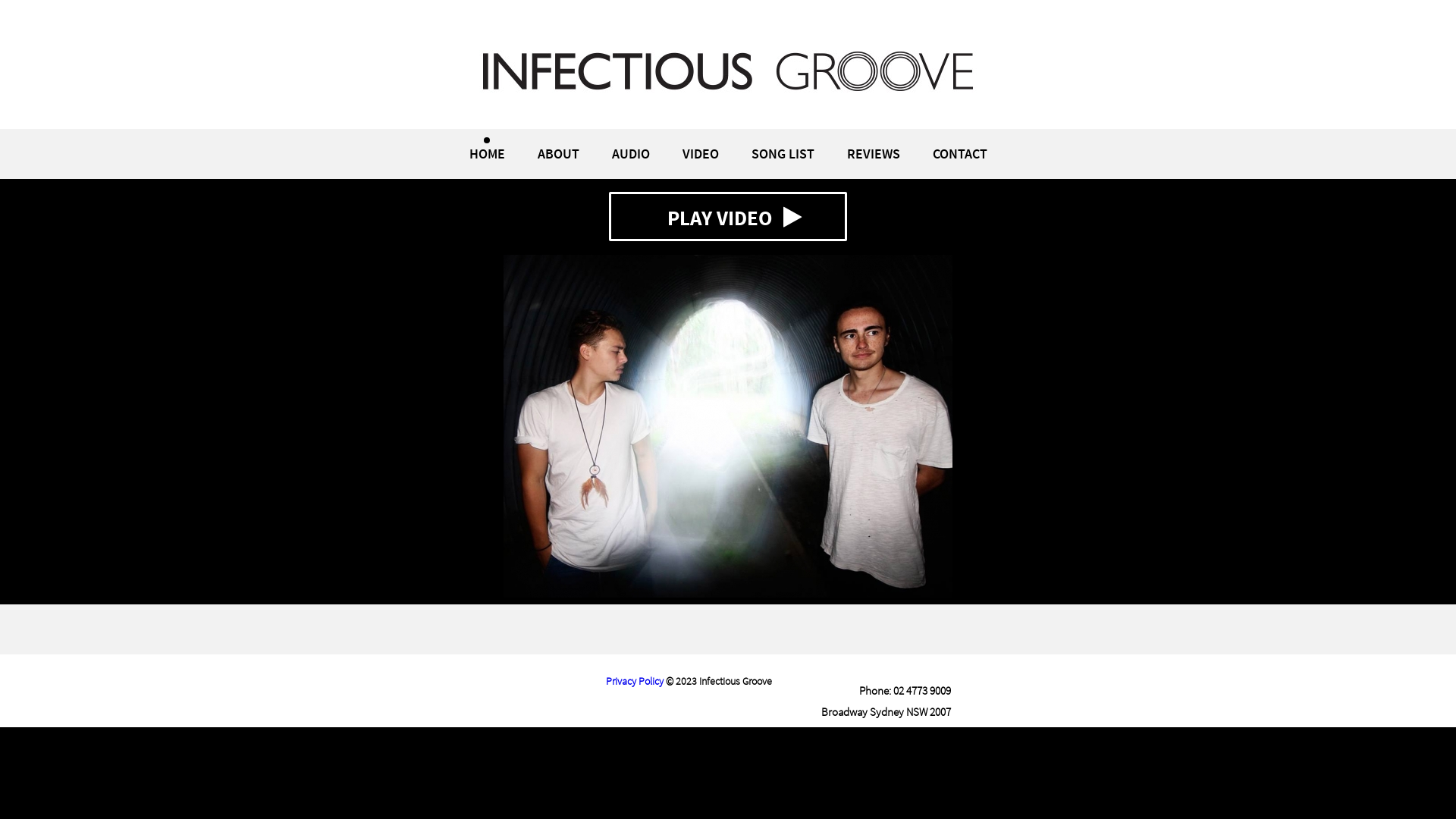 The image size is (1456, 819). Describe the element at coordinates (557, 153) in the screenshot. I see `'ABOUT'` at that location.